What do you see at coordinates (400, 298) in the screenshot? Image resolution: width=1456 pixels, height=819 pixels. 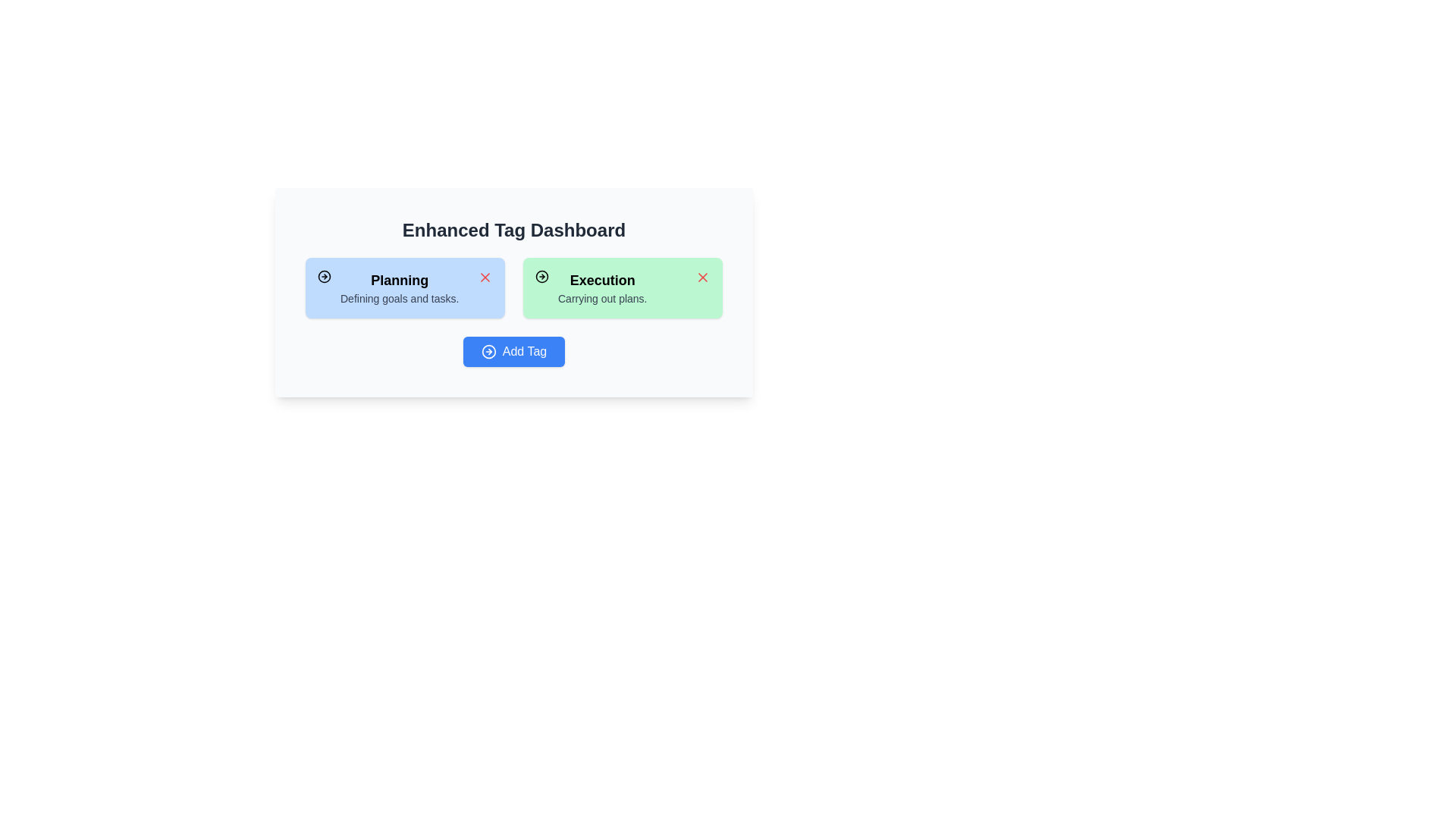 I see `static text label that displays 'Defining goals and tasks.' which is styled with a light gray font on a blue background, located below the title 'Planning'` at bounding box center [400, 298].